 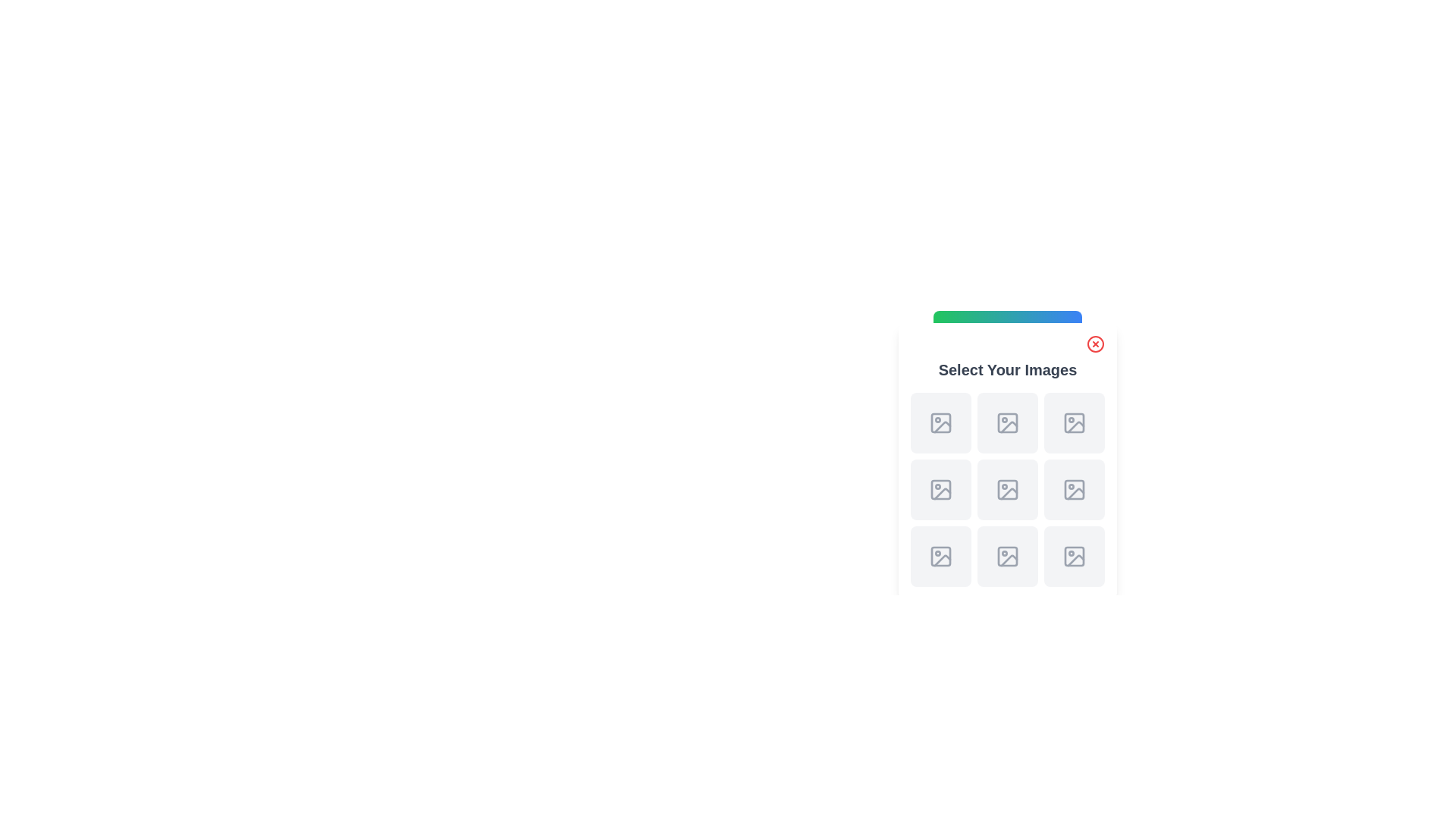 I want to click on the close button located in the top-right corner of the 'Select Your Images' modal dialog, so click(x=1095, y=344).